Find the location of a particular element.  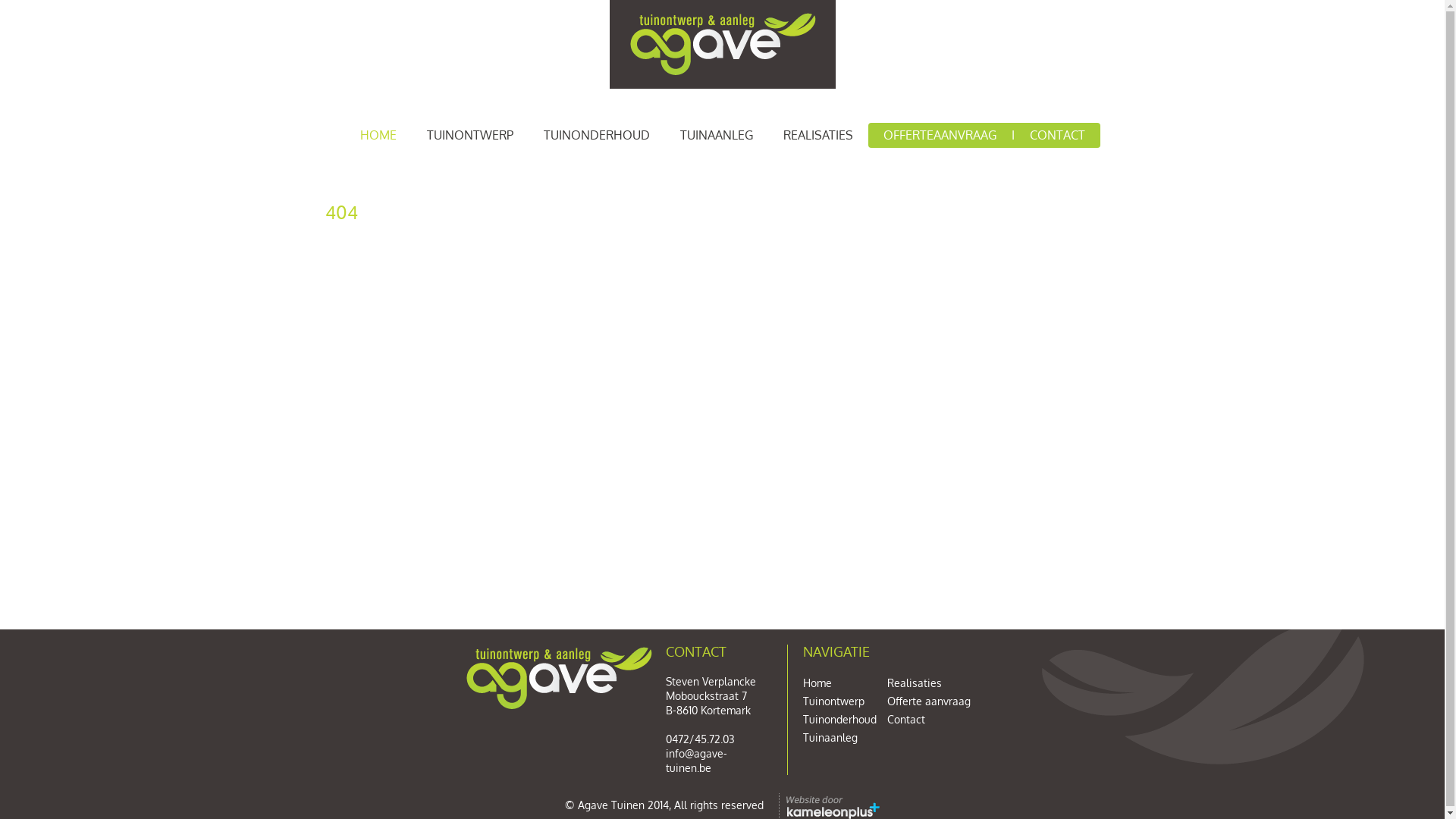

'Tuinontwerp' is located at coordinates (832, 701).